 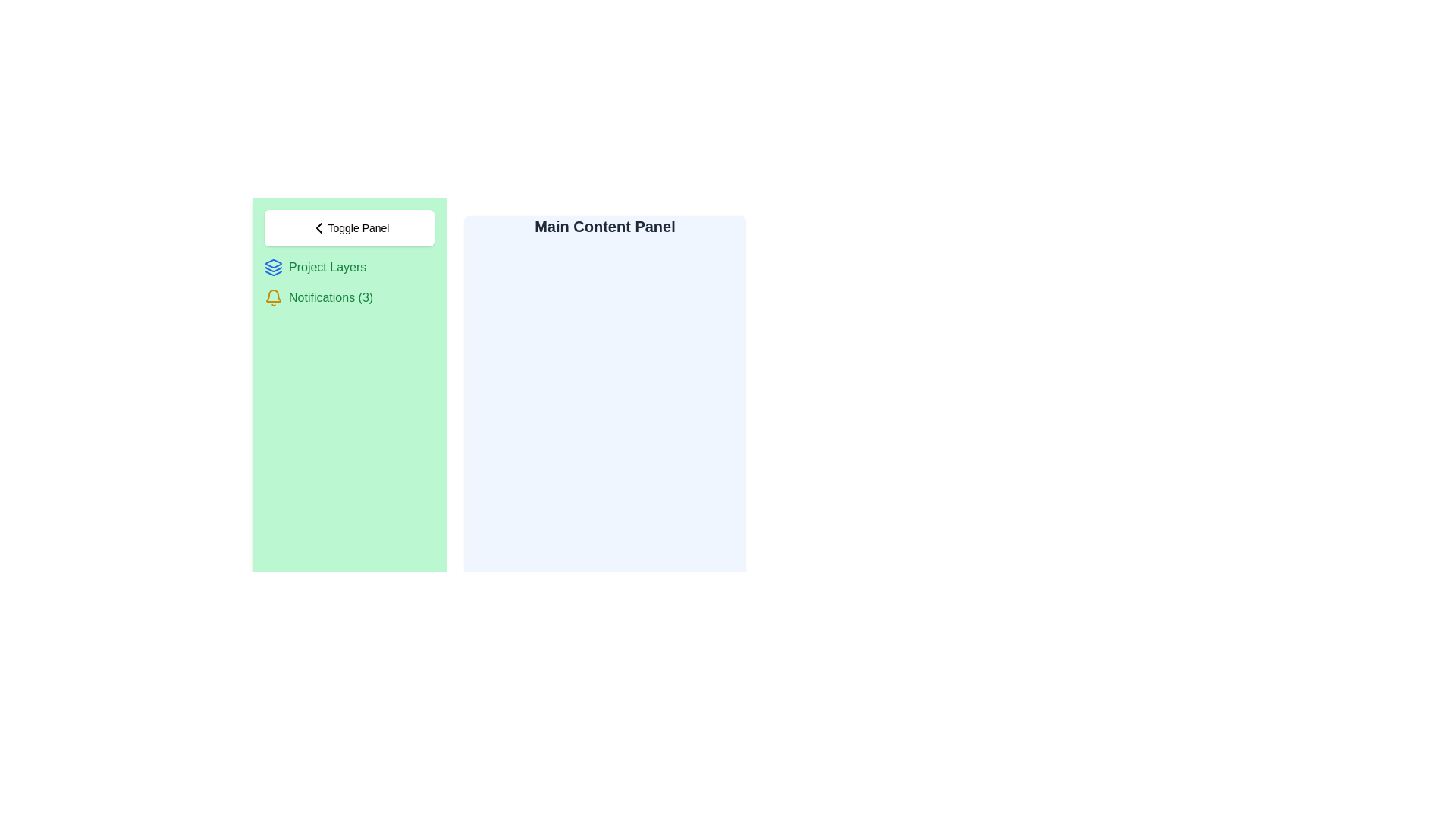 What do you see at coordinates (348, 298) in the screenshot?
I see `the notification indicator located below the 'Project Layers' text and icon` at bounding box center [348, 298].